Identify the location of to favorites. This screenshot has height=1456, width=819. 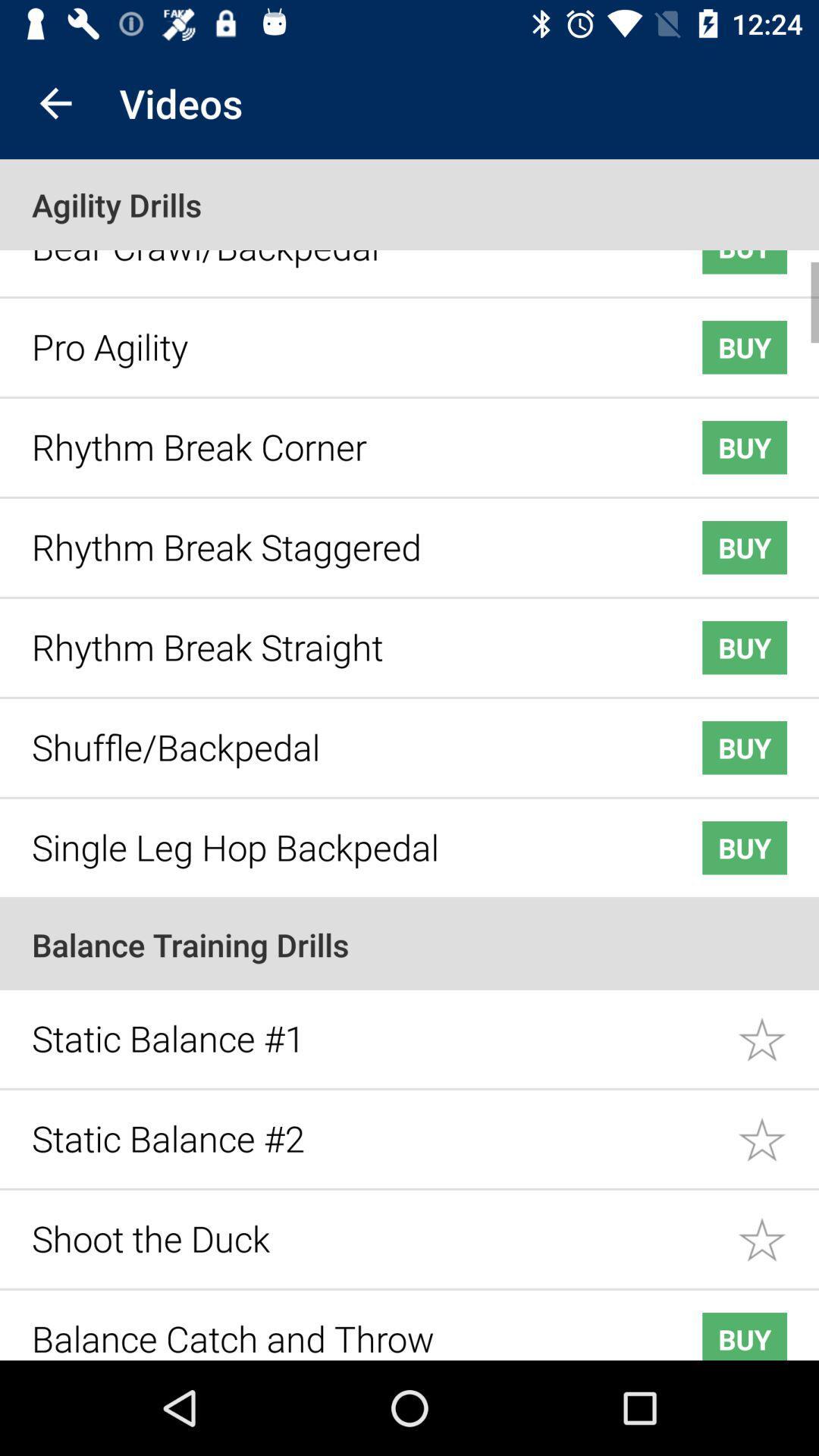
(778, 1228).